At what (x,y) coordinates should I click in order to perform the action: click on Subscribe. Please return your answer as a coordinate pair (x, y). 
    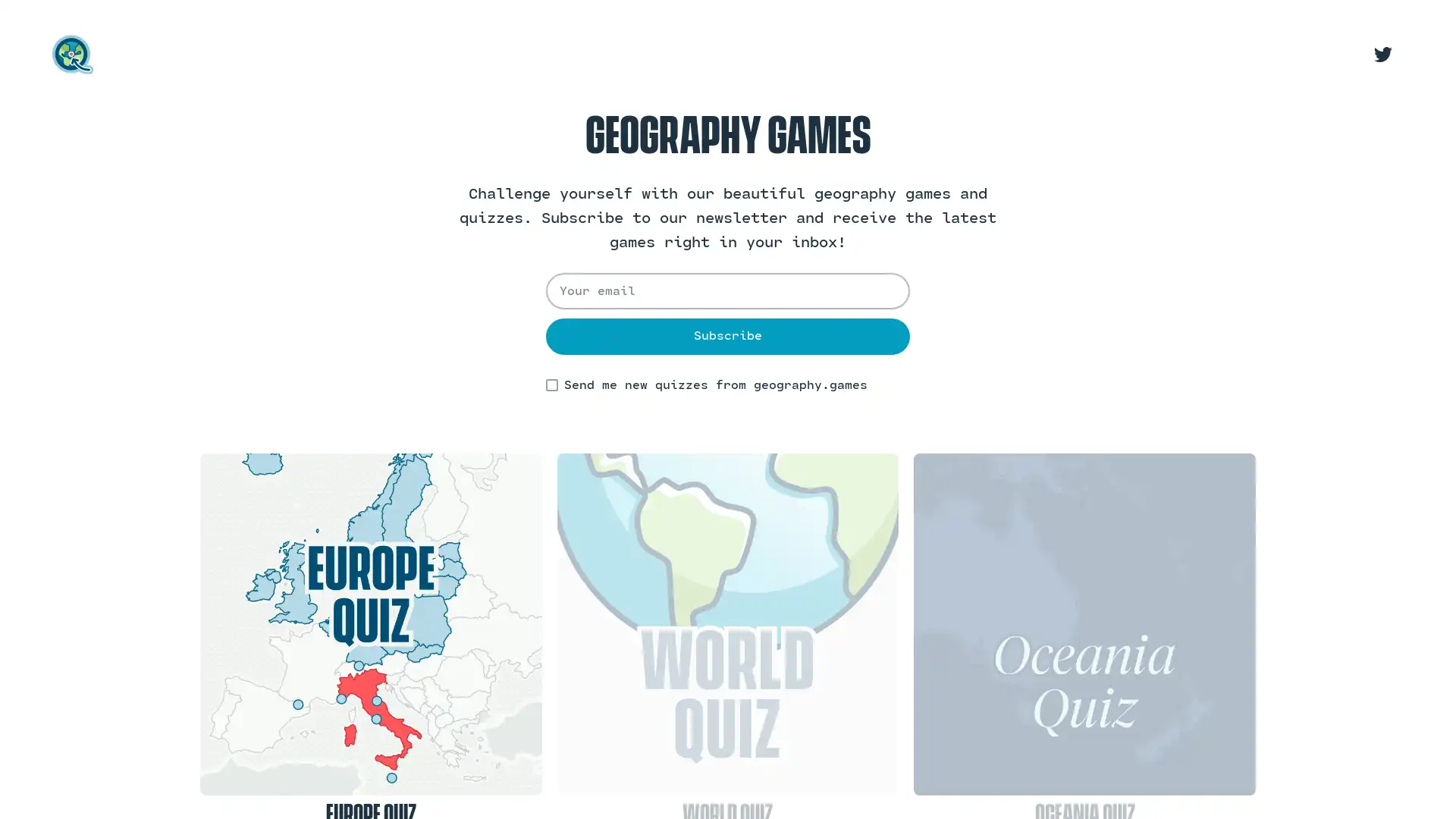
    Looking at the image, I should click on (728, 335).